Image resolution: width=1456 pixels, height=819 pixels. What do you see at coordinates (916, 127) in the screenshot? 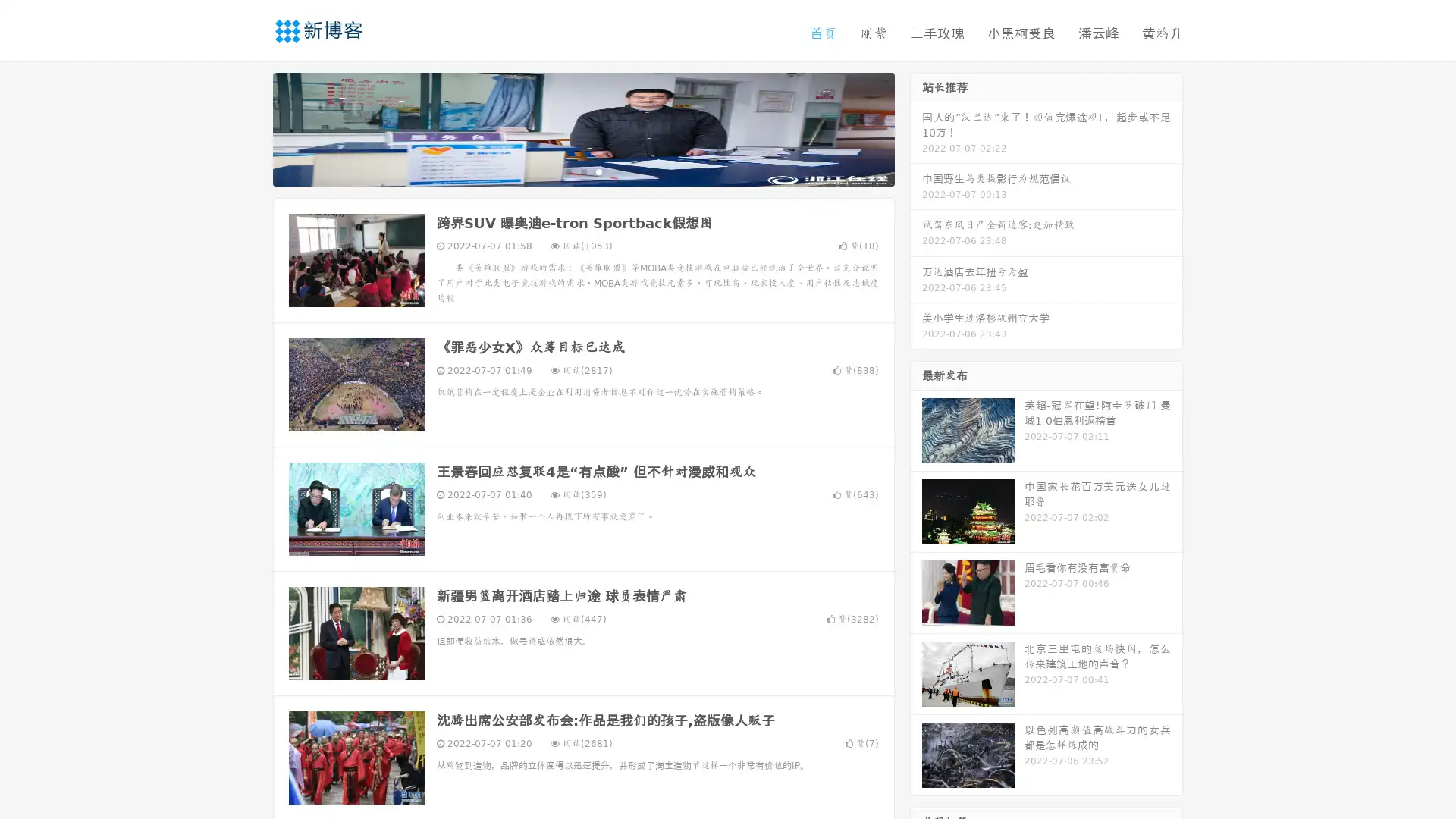
I see `Next slide` at bounding box center [916, 127].